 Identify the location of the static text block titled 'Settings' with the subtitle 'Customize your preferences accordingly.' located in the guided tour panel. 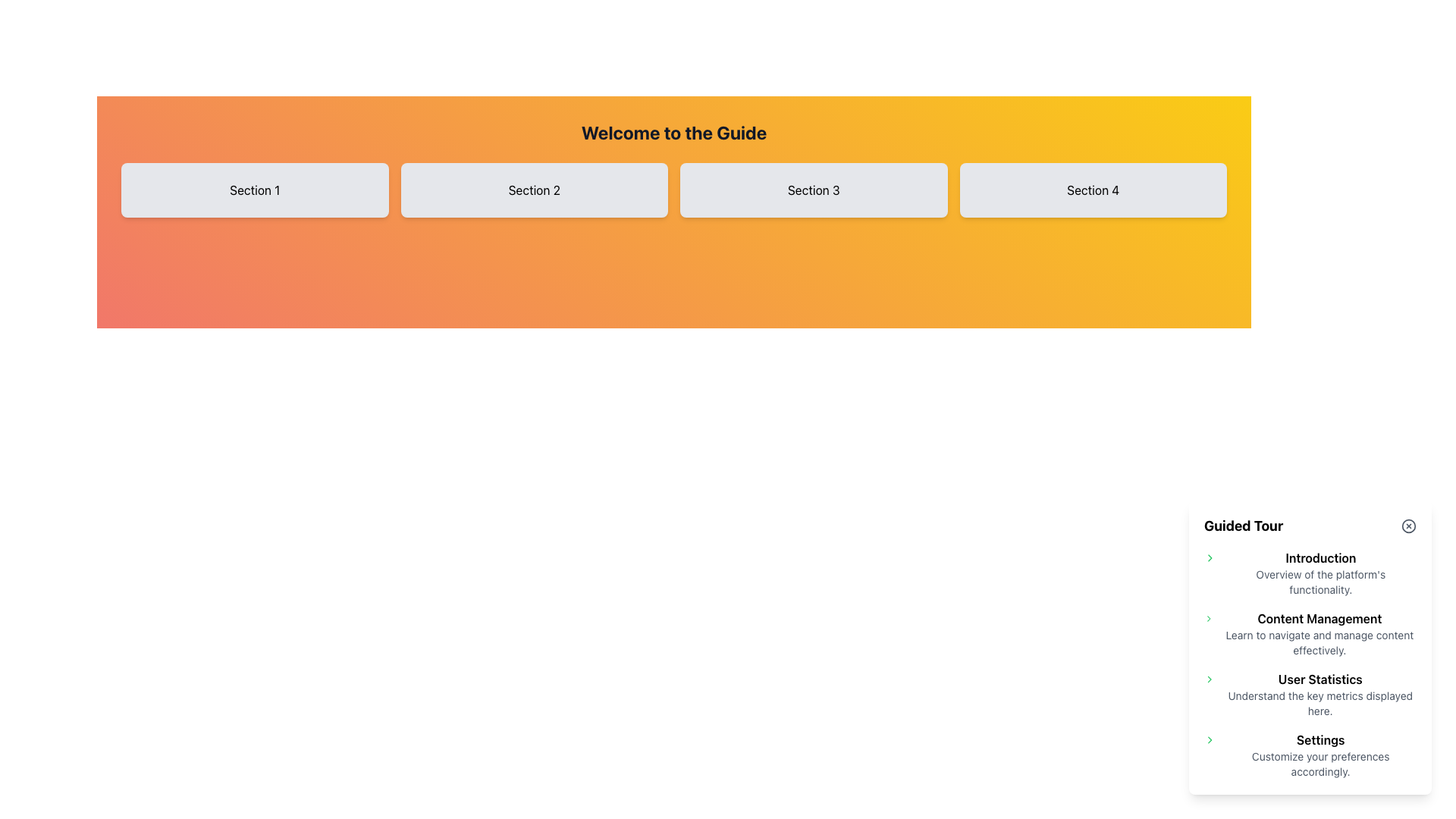
(1319, 755).